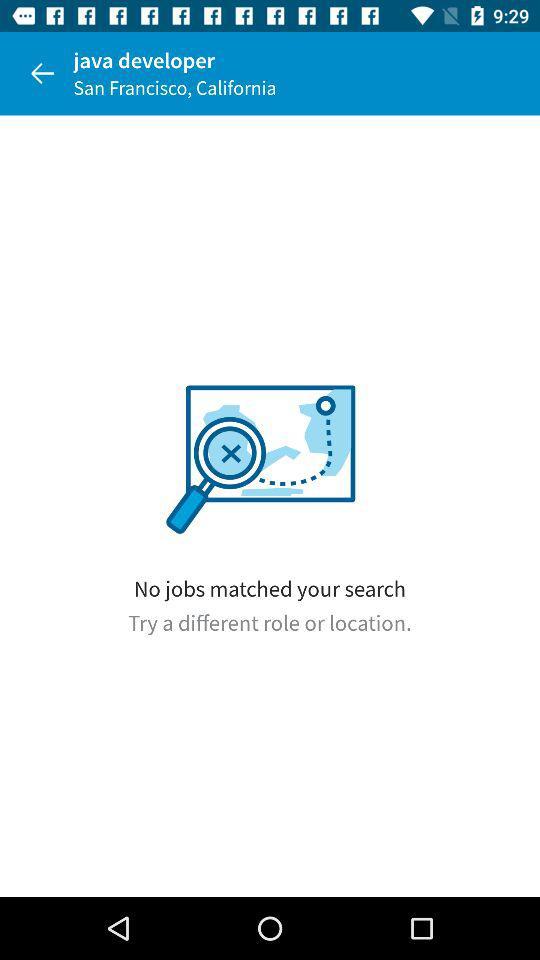 This screenshot has height=960, width=540. Describe the element at coordinates (42, 73) in the screenshot. I see `item to the left of the java developer icon` at that location.